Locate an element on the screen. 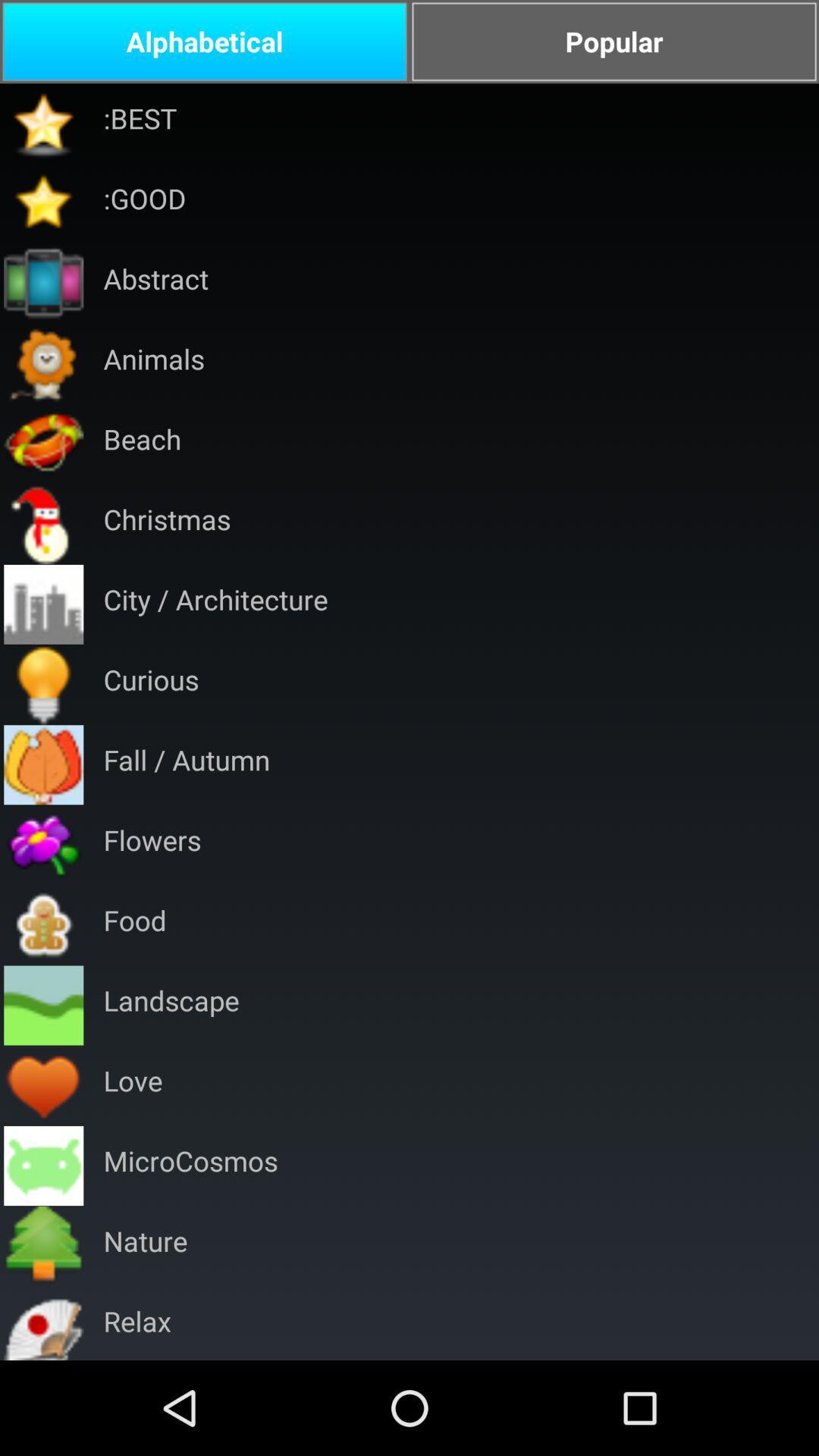 Image resolution: width=819 pixels, height=1456 pixels. beach icon is located at coordinates (142, 443).